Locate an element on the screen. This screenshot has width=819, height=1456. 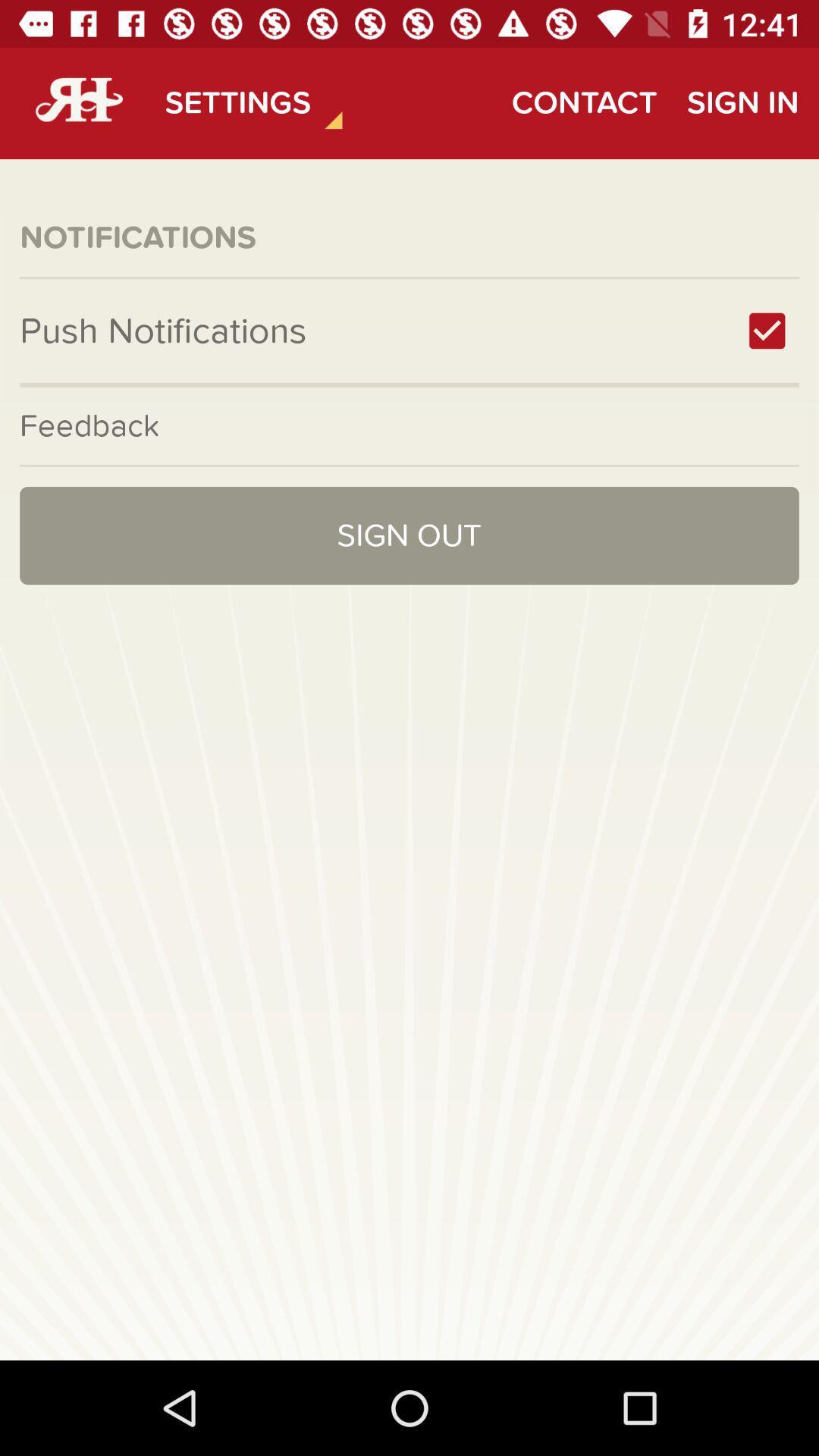
item to the left of the sign in item is located at coordinates (583, 102).